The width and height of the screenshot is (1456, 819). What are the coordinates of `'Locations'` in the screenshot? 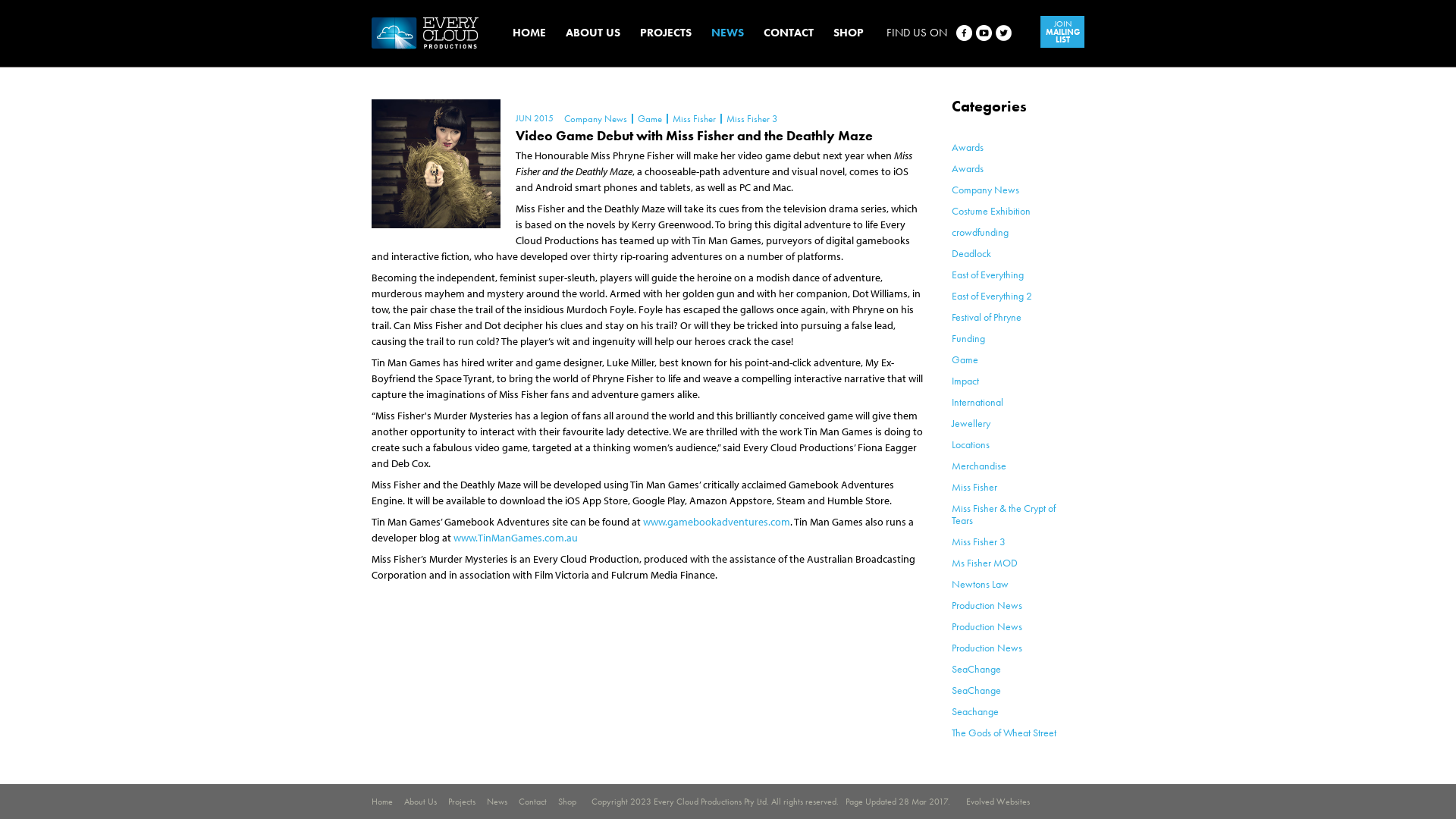 It's located at (971, 444).